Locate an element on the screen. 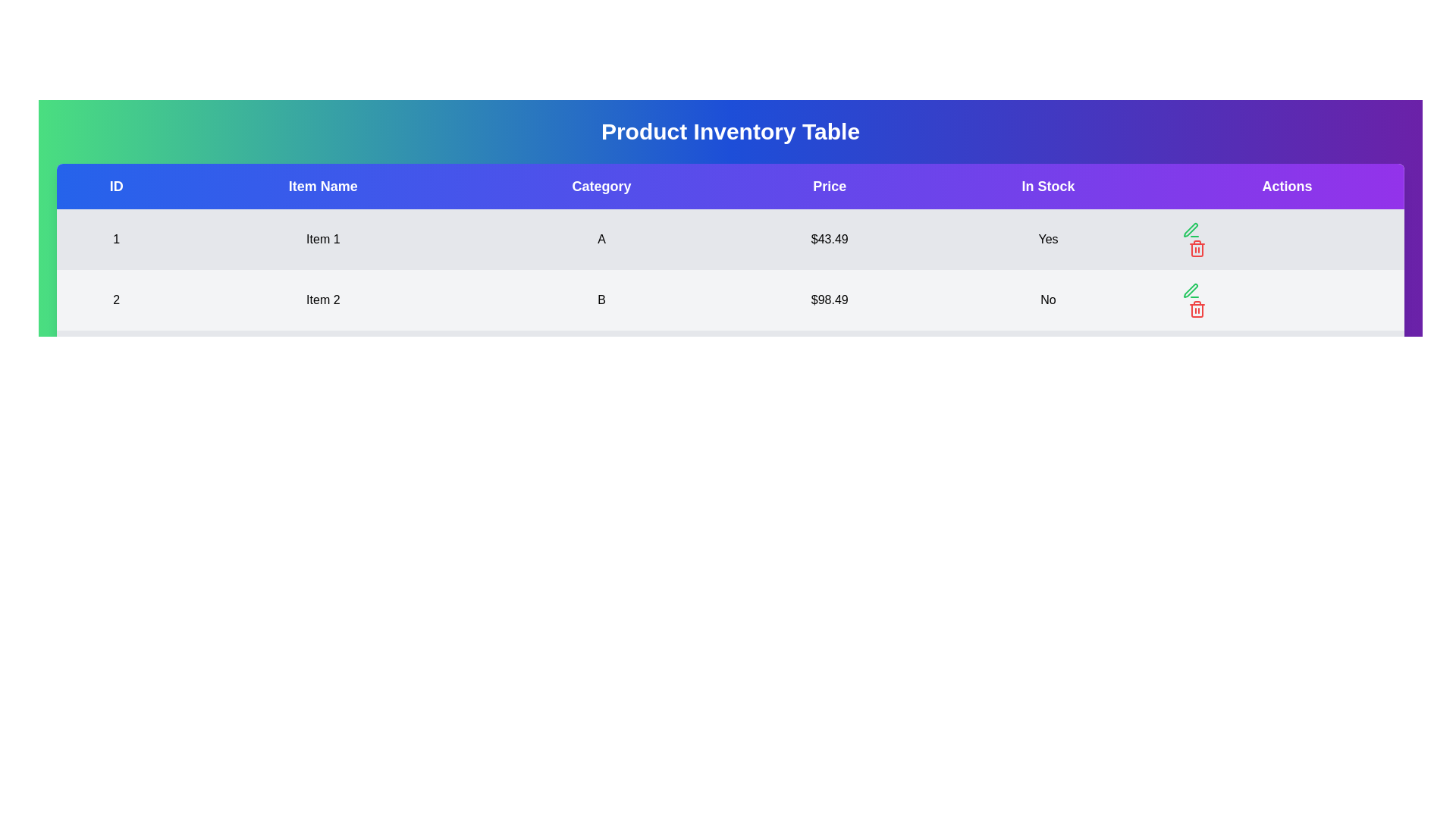 The image size is (1456, 819). the header labeled Item Name to sort or filter the table by that column is located at coordinates (322, 186).